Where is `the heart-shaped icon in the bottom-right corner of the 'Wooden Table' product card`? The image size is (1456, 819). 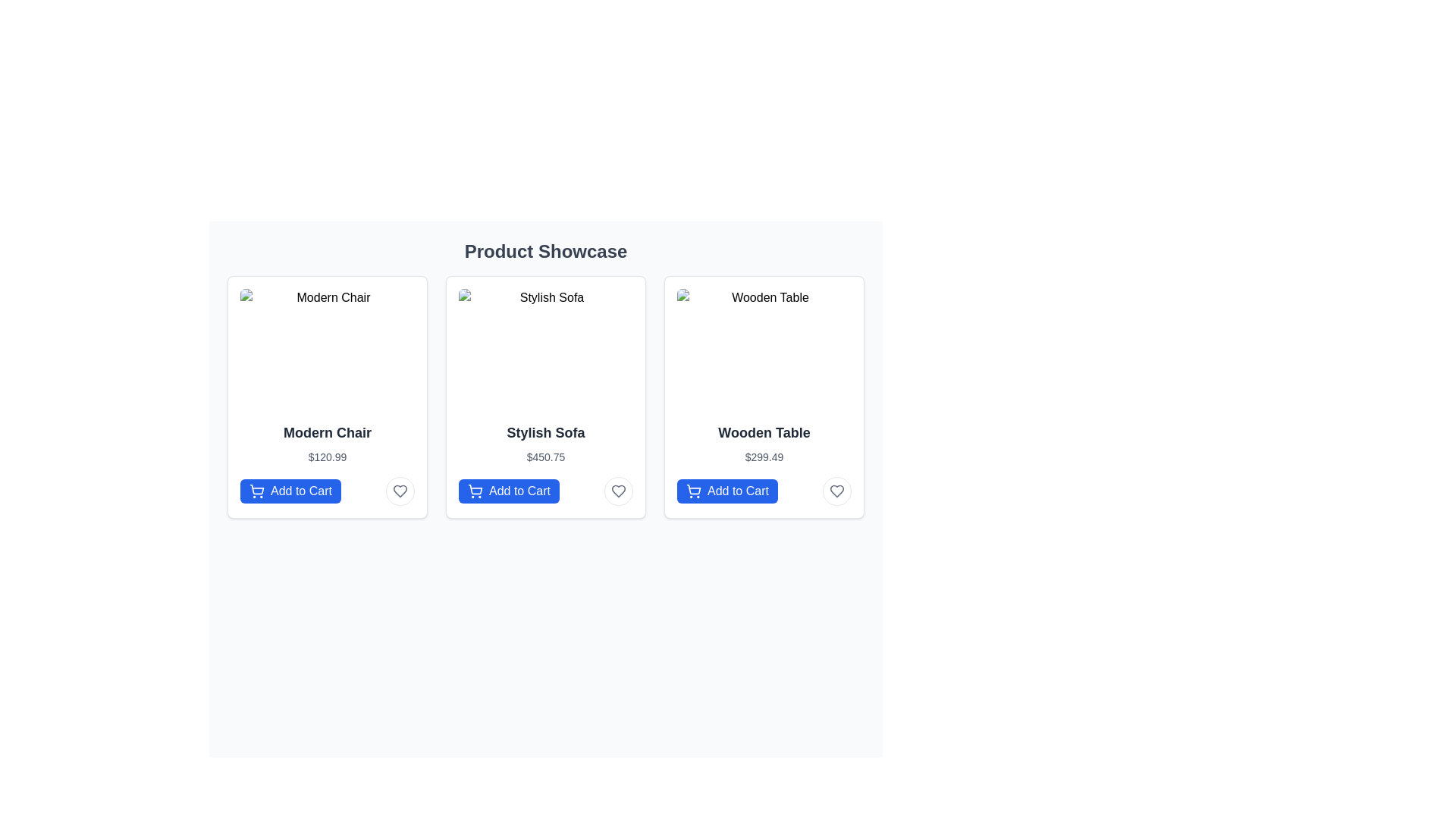
the heart-shaped icon in the bottom-right corner of the 'Wooden Table' product card is located at coordinates (836, 491).